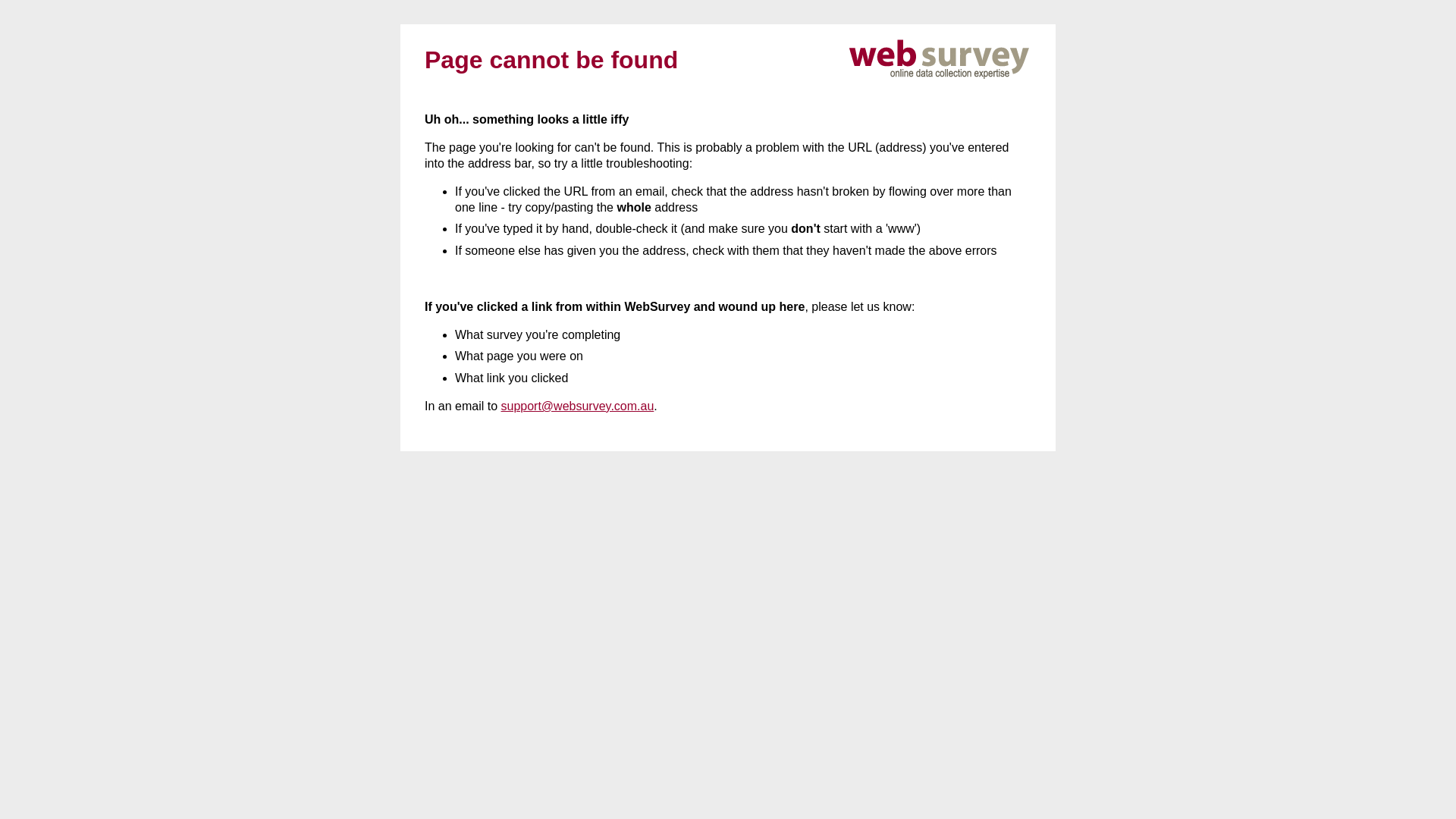 Image resolution: width=1456 pixels, height=819 pixels. I want to click on 'support@websurvey.com.au', so click(576, 405).